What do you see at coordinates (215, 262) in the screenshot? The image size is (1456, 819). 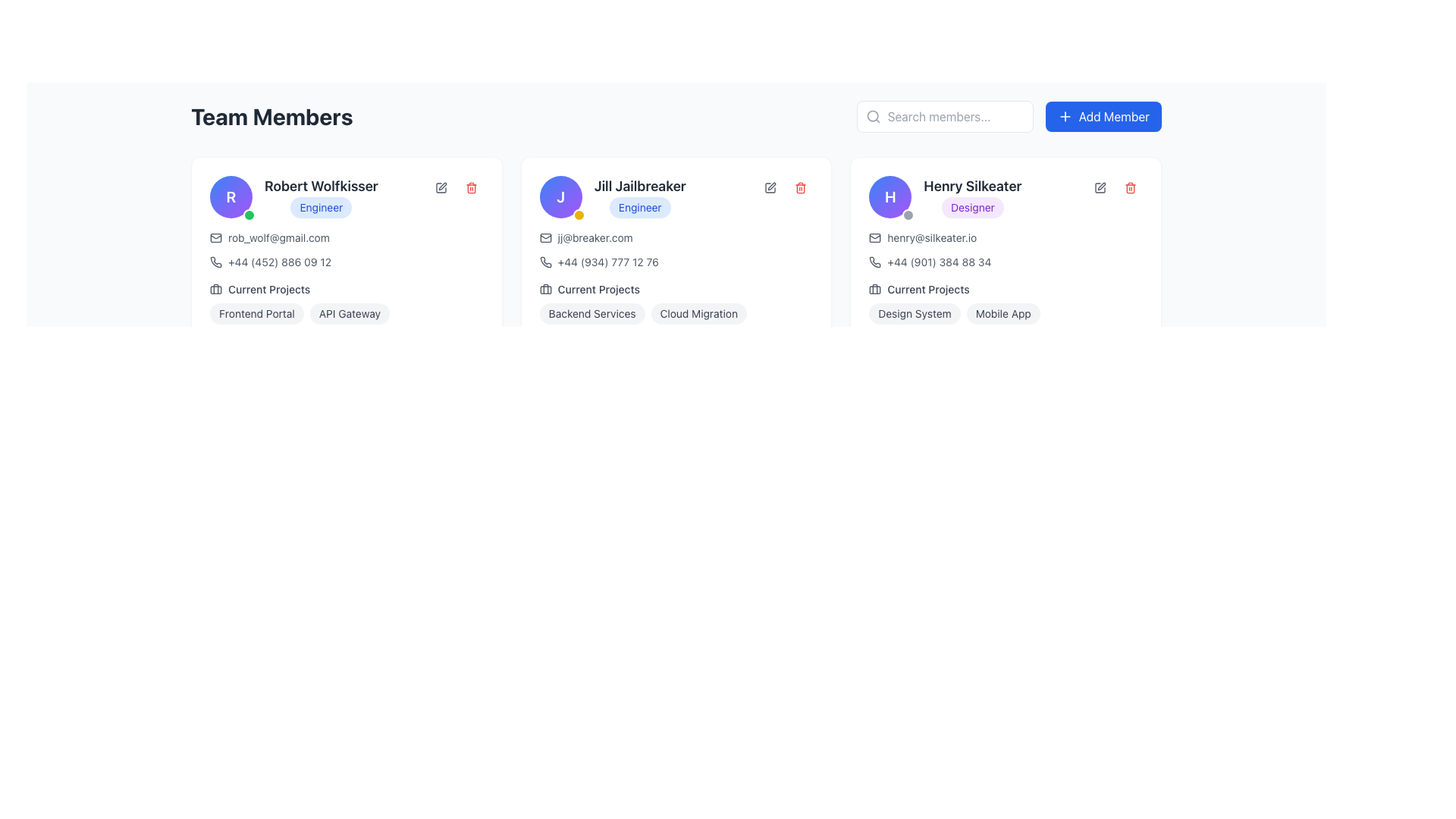 I see `the phone icon located within the first team member's card, positioned beneath the name and email address, if it is interactive` at bounding box center [215, 262].